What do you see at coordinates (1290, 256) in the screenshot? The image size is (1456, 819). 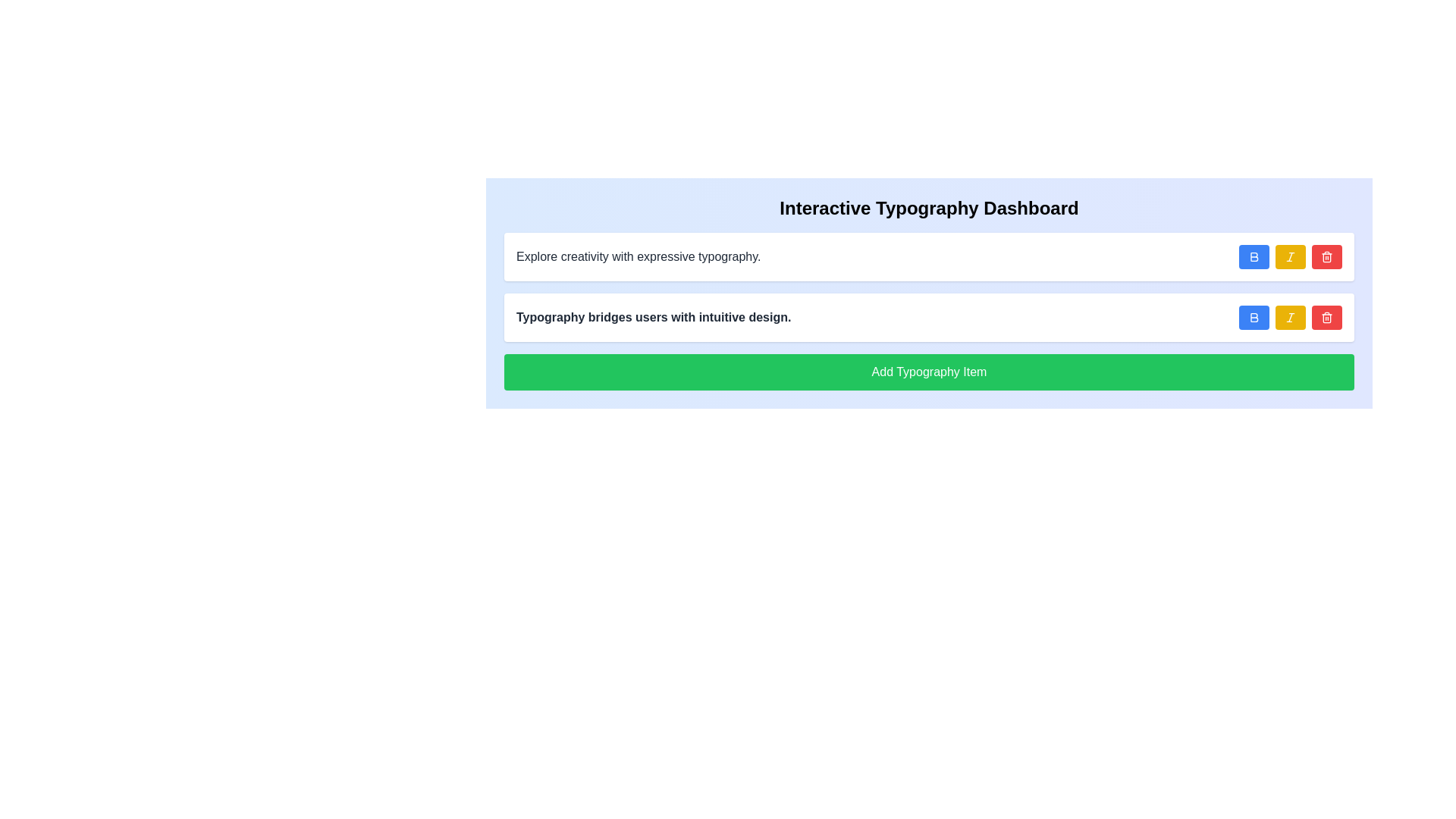 I see `the small rectangular button with a bright yellow background and white text, positioned between a blue button on its left and a red button on its right` at bounding box center [1290, 256].